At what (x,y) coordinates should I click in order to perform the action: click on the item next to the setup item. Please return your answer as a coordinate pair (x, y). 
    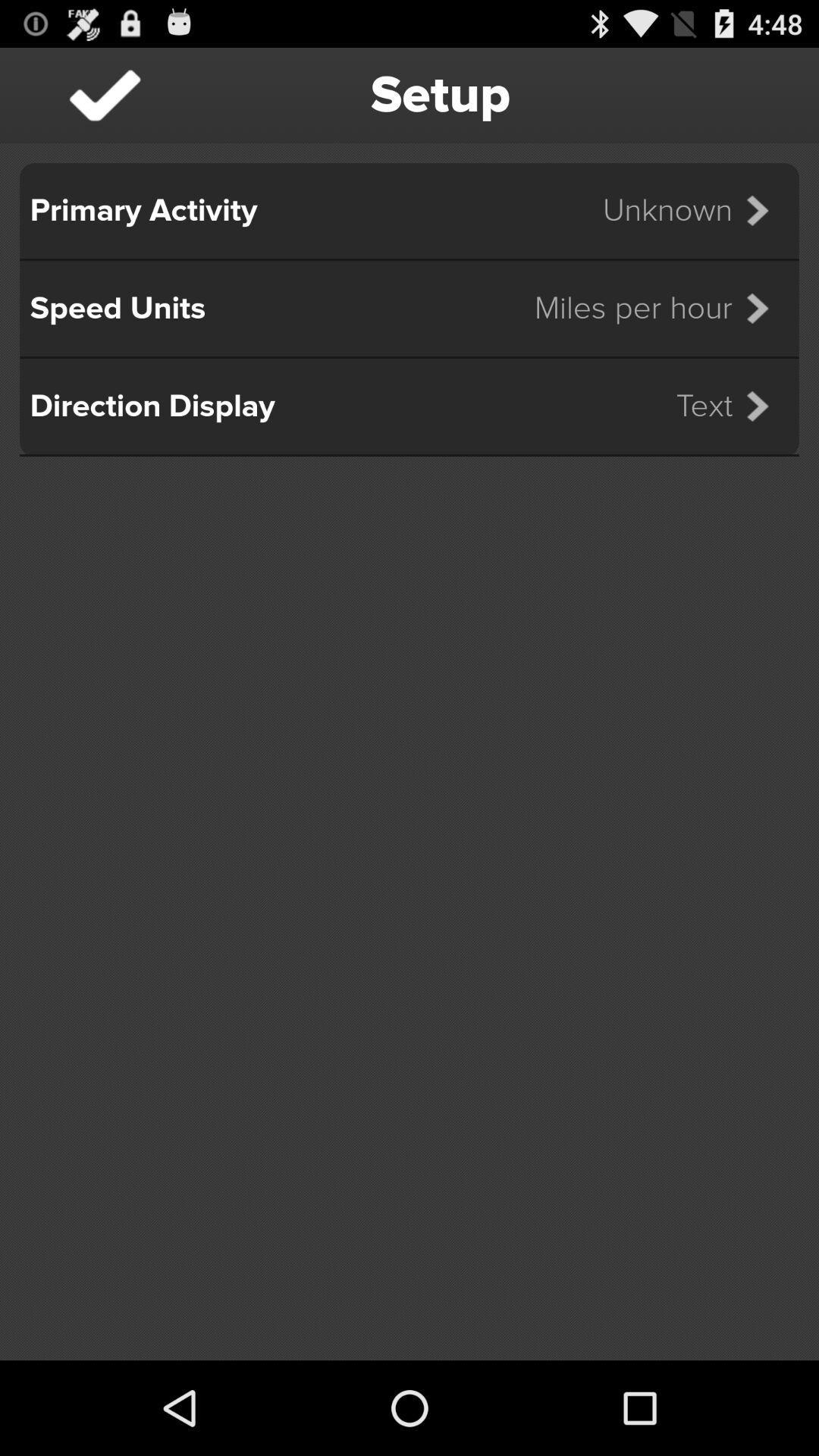
    Looking at the image, I should click on (104, 94).